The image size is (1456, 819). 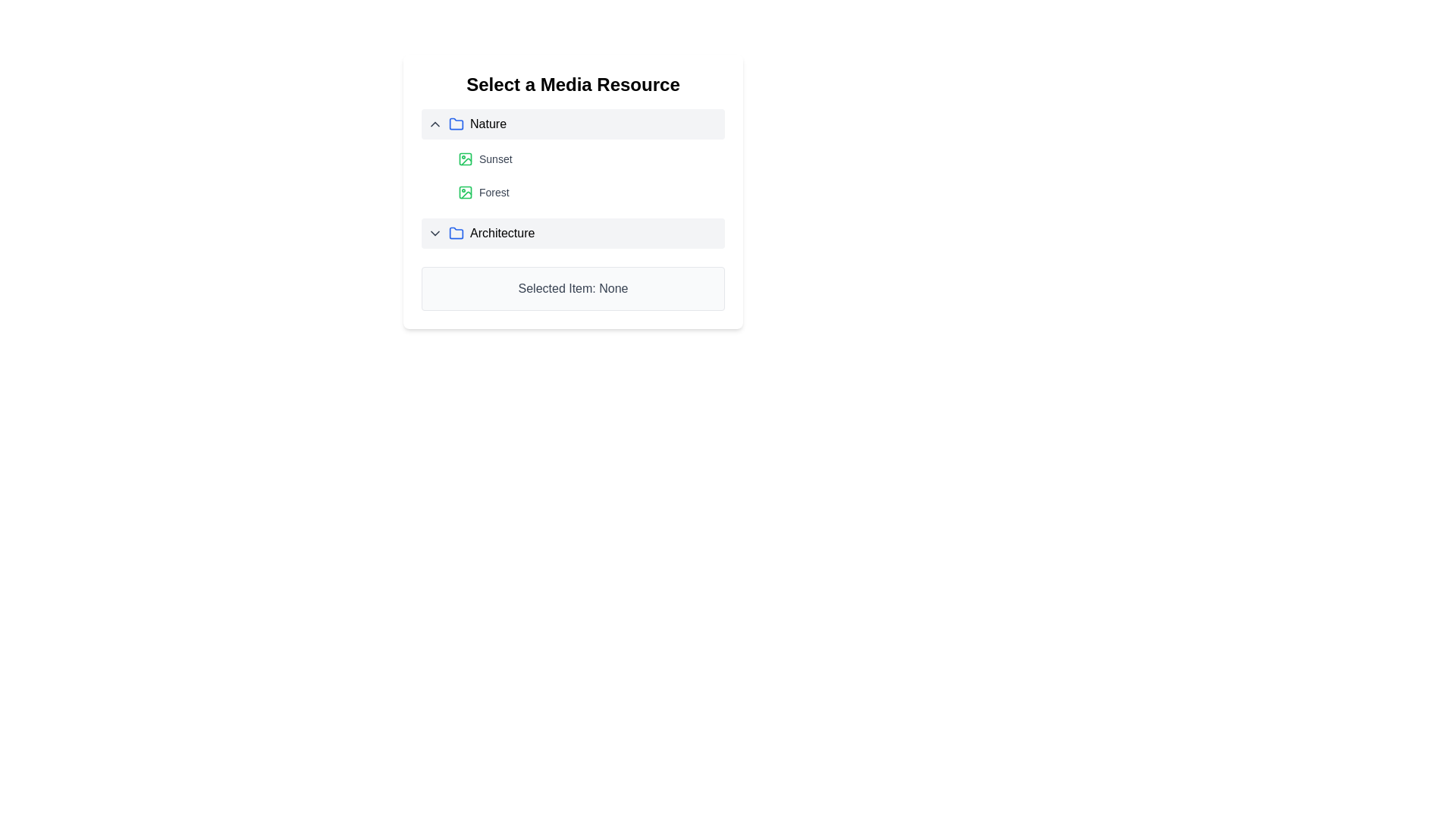 I want to click on the 'Architecture' folder item in the expandable tree list, so click(x=572, y=234).